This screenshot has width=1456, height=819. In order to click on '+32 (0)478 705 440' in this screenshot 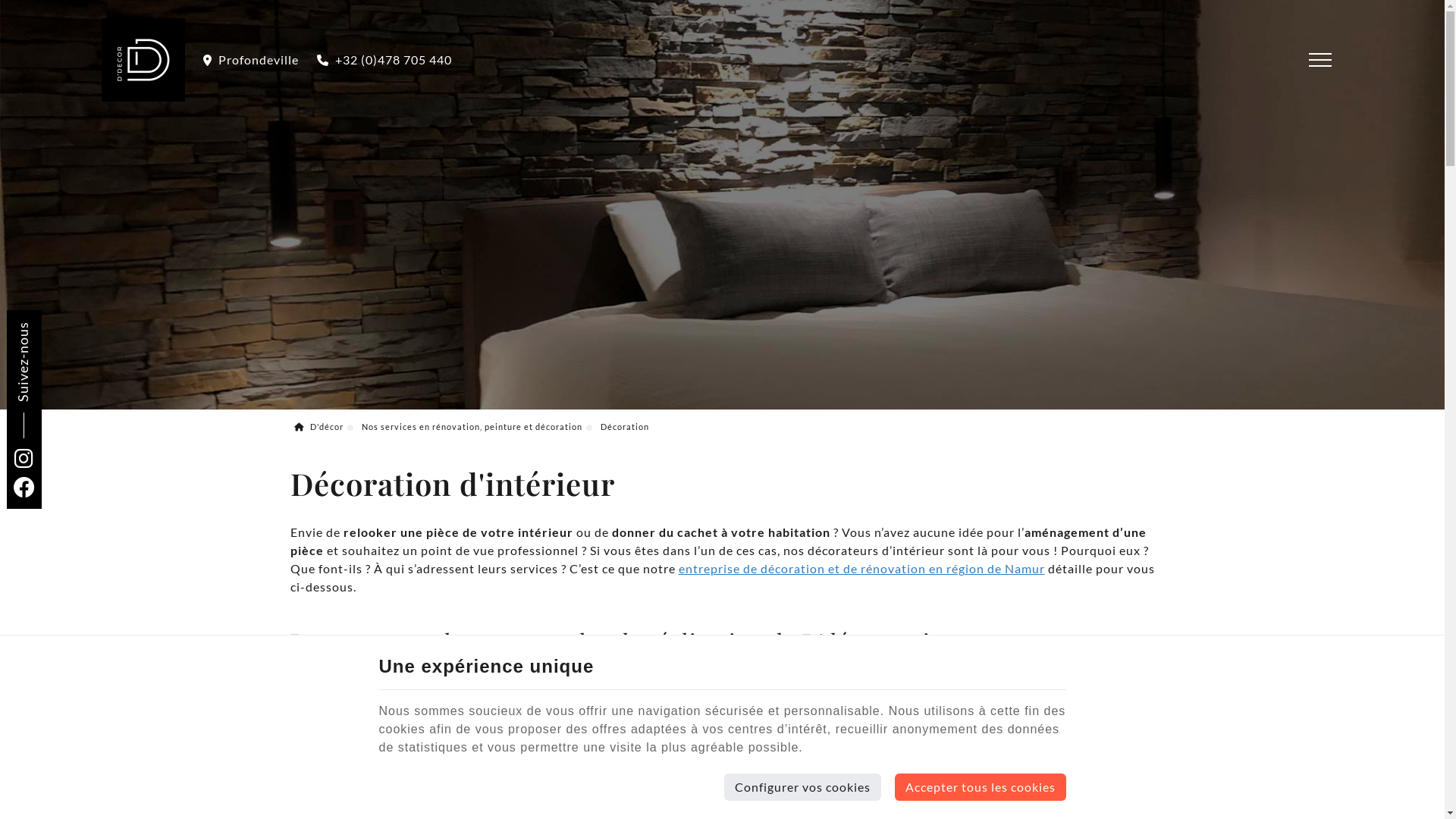, I will do `click(384, 58)`.